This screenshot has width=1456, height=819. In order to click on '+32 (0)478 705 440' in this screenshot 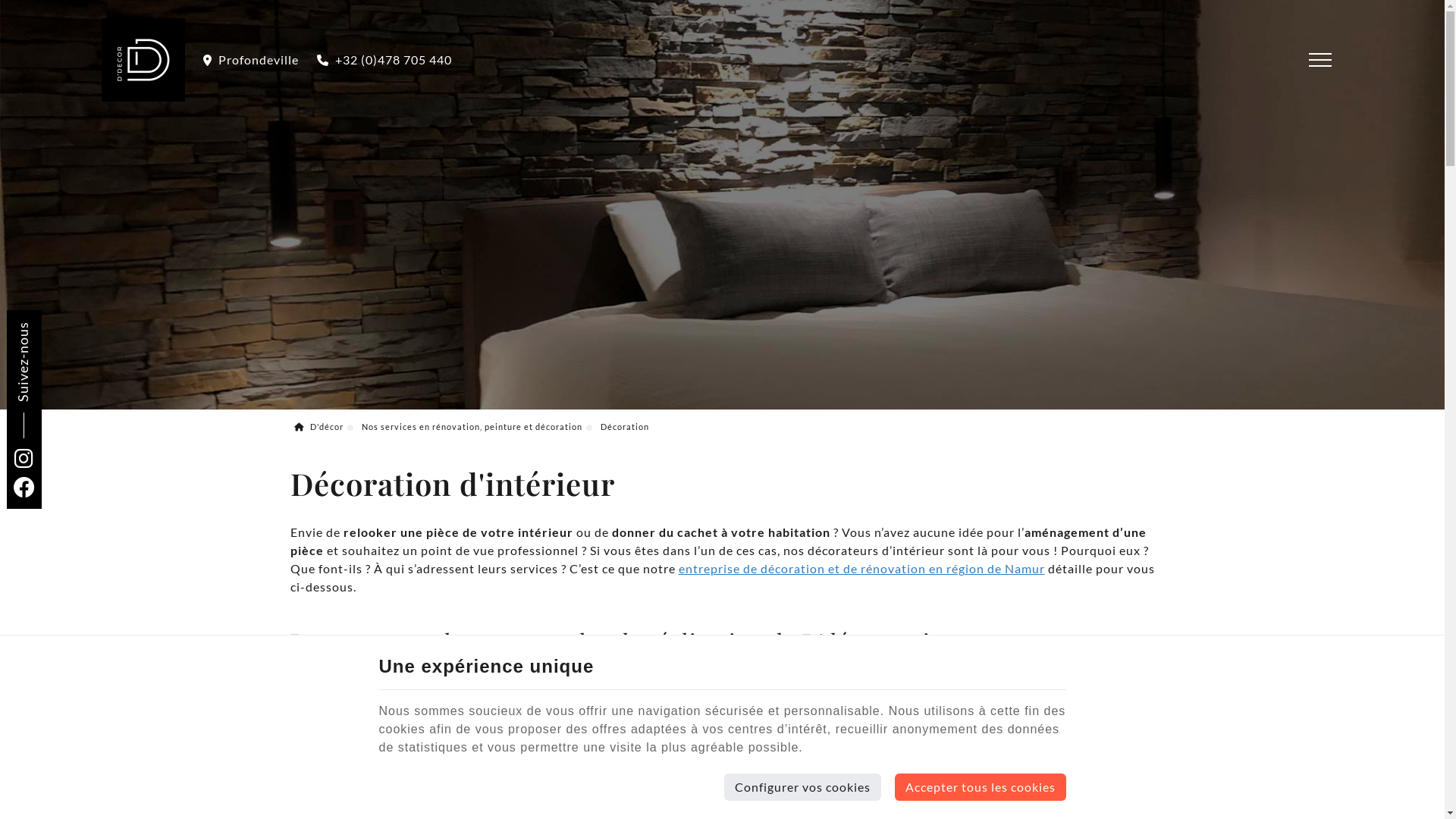, I will do `click(384, 58)`.